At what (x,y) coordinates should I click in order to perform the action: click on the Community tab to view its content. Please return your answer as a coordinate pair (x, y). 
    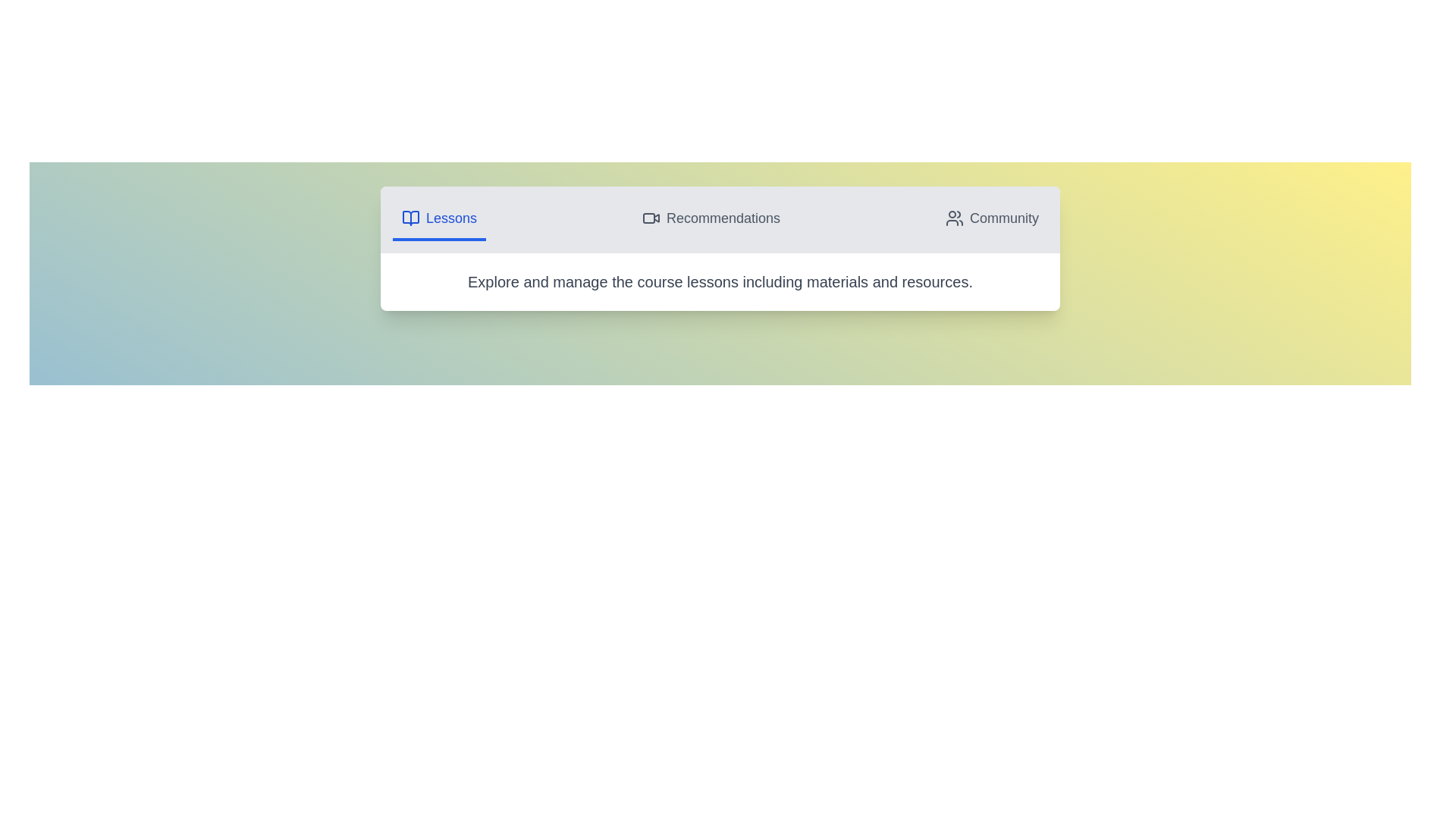
    Looking at the image, I should click on (992, 219).